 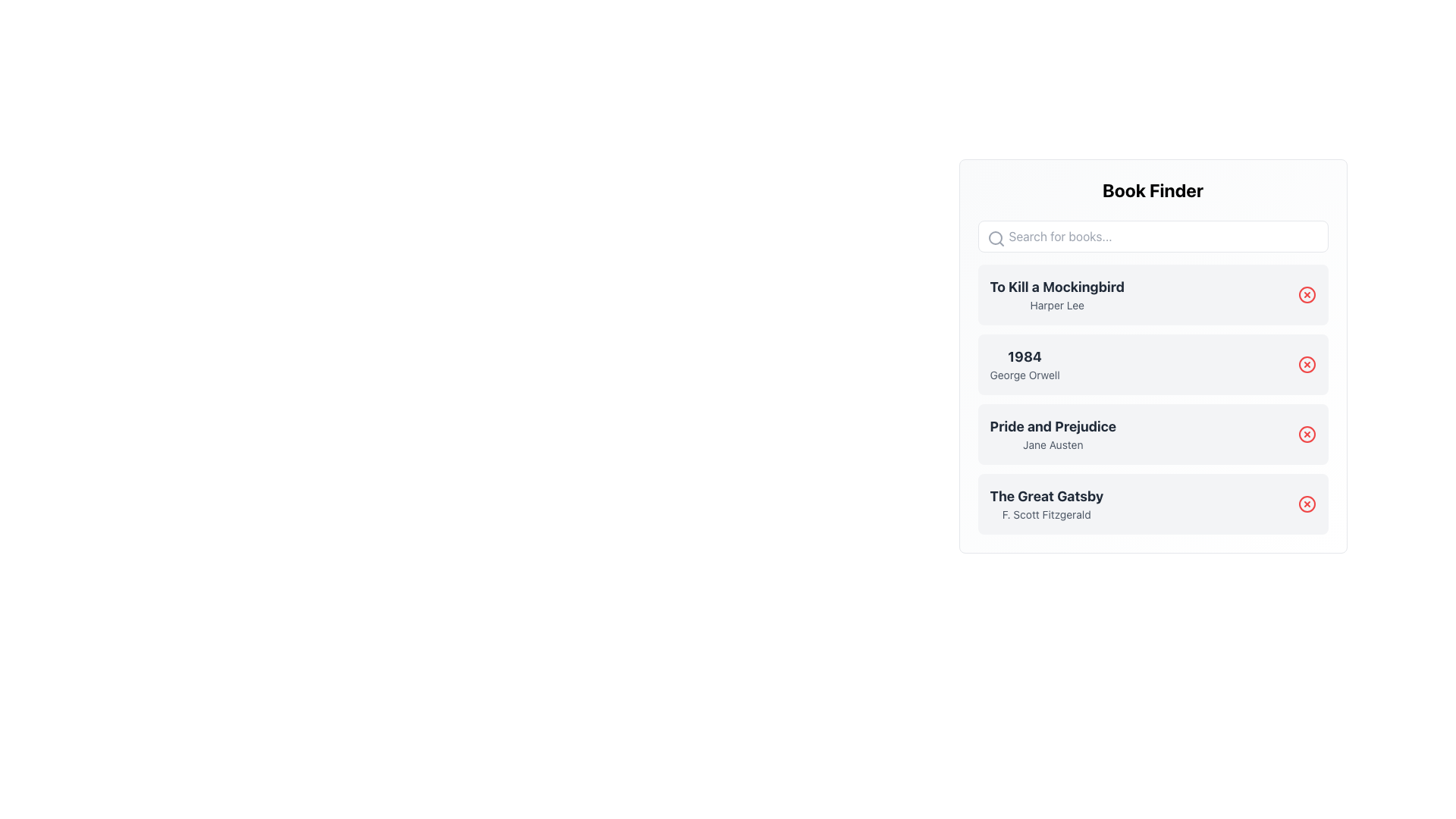 What do you see at coordinates (1052, 427) in the screenshot?
I see `the text label displaying the title 'Pride and Prejudice', which is prominently shown in bold, large dark gray font near the center of the 'Book Finder' list` at bounding box center [1052, 427].